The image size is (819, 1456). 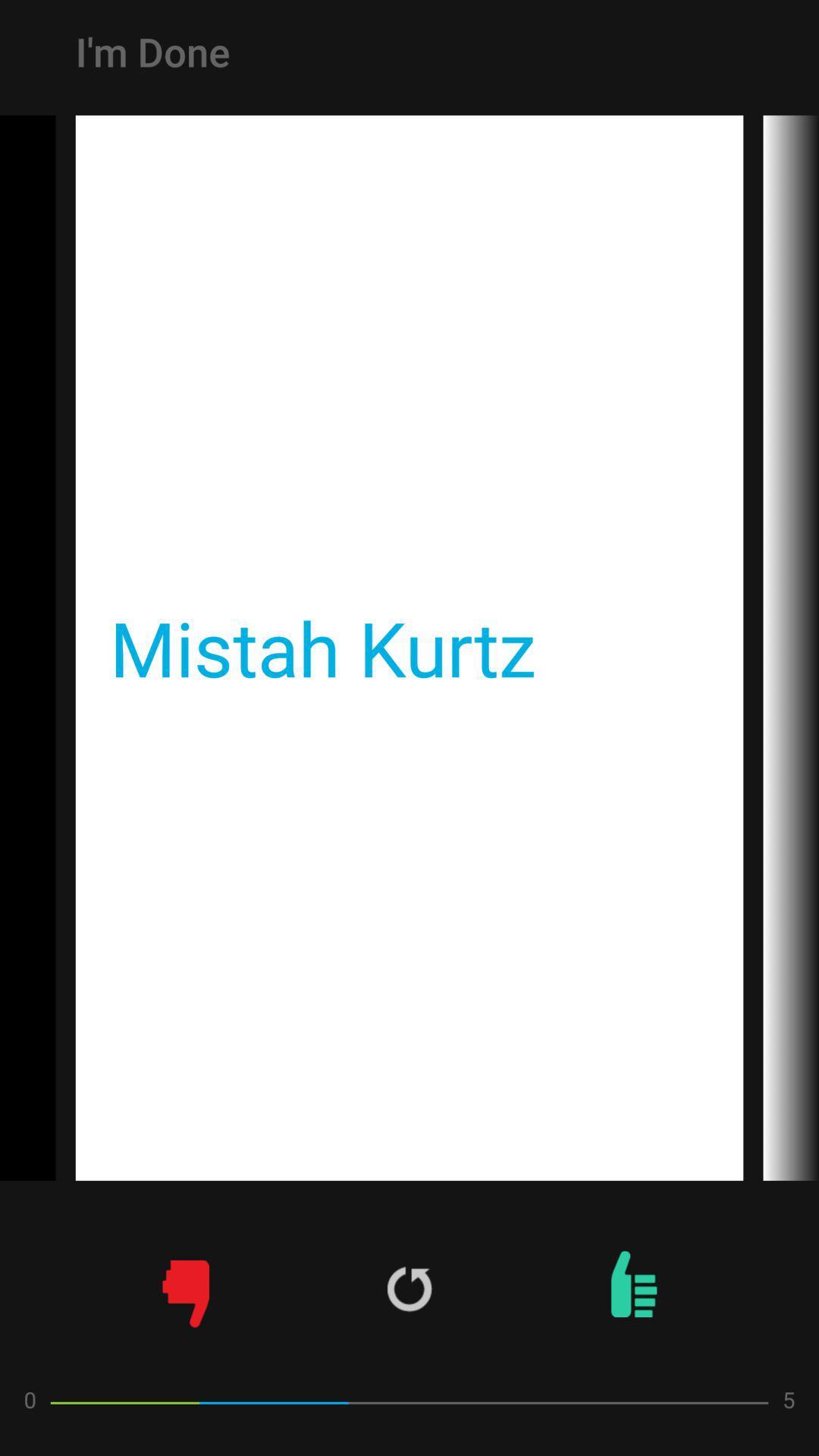 What do you see at coordinates (409, 1288) in the screenshot?
I see `the refresh icon` at bounding box center [409, 1288].